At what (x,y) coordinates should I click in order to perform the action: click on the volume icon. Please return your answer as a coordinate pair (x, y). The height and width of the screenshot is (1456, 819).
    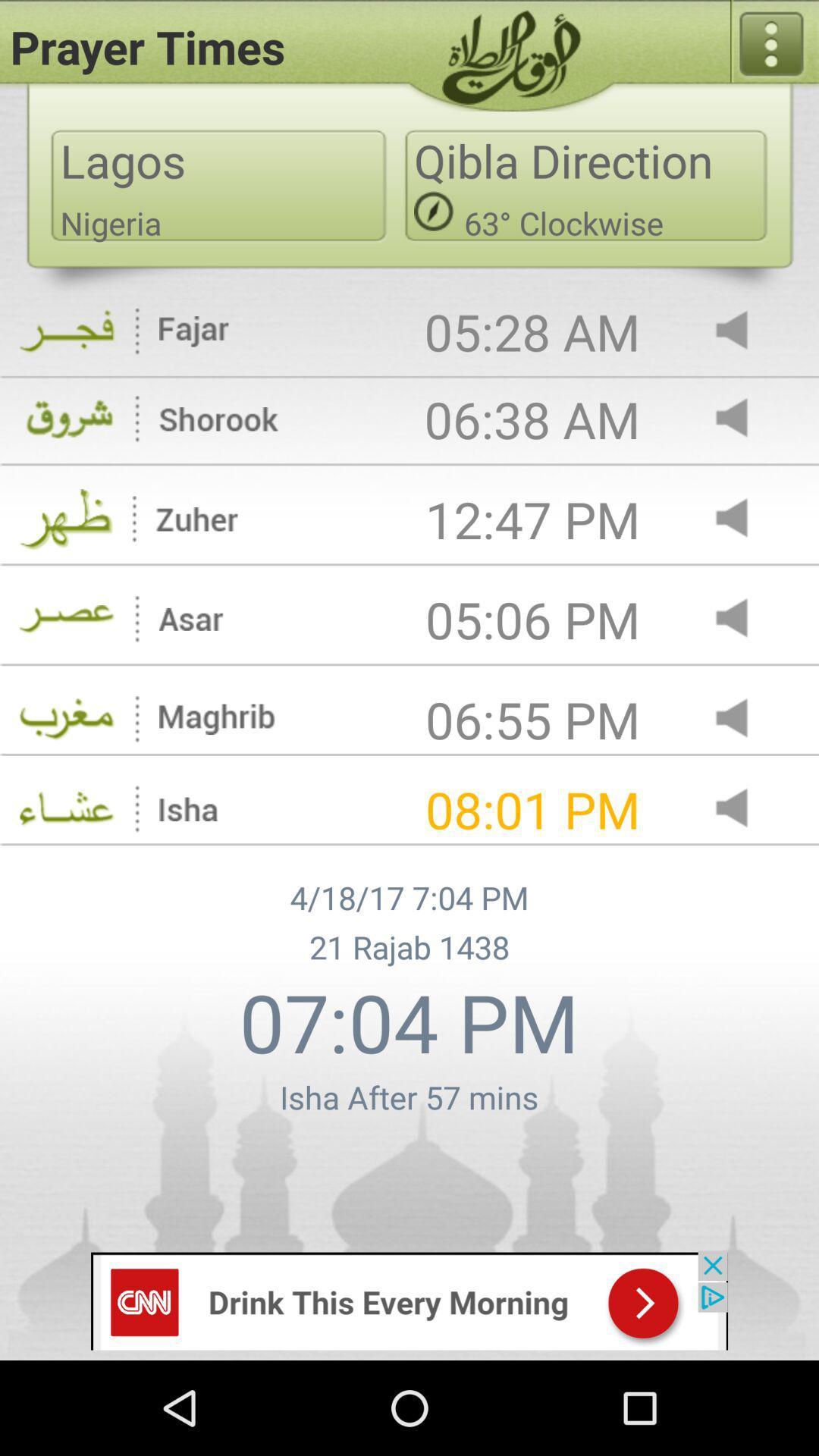
    Looking at the image, I should click on (744, 866).